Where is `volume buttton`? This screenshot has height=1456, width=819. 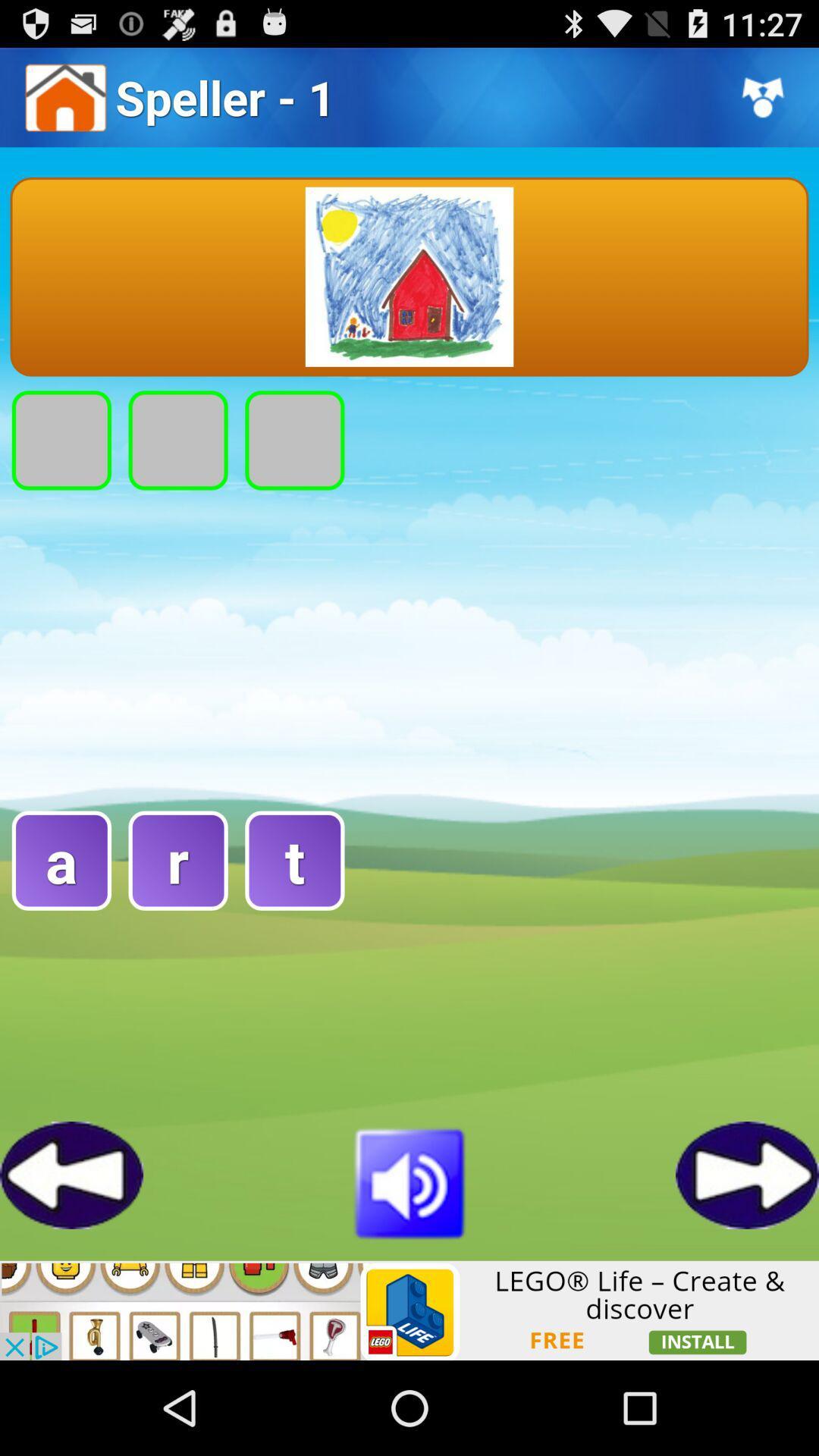
volume buttton is located at coordinates (409, 1181).